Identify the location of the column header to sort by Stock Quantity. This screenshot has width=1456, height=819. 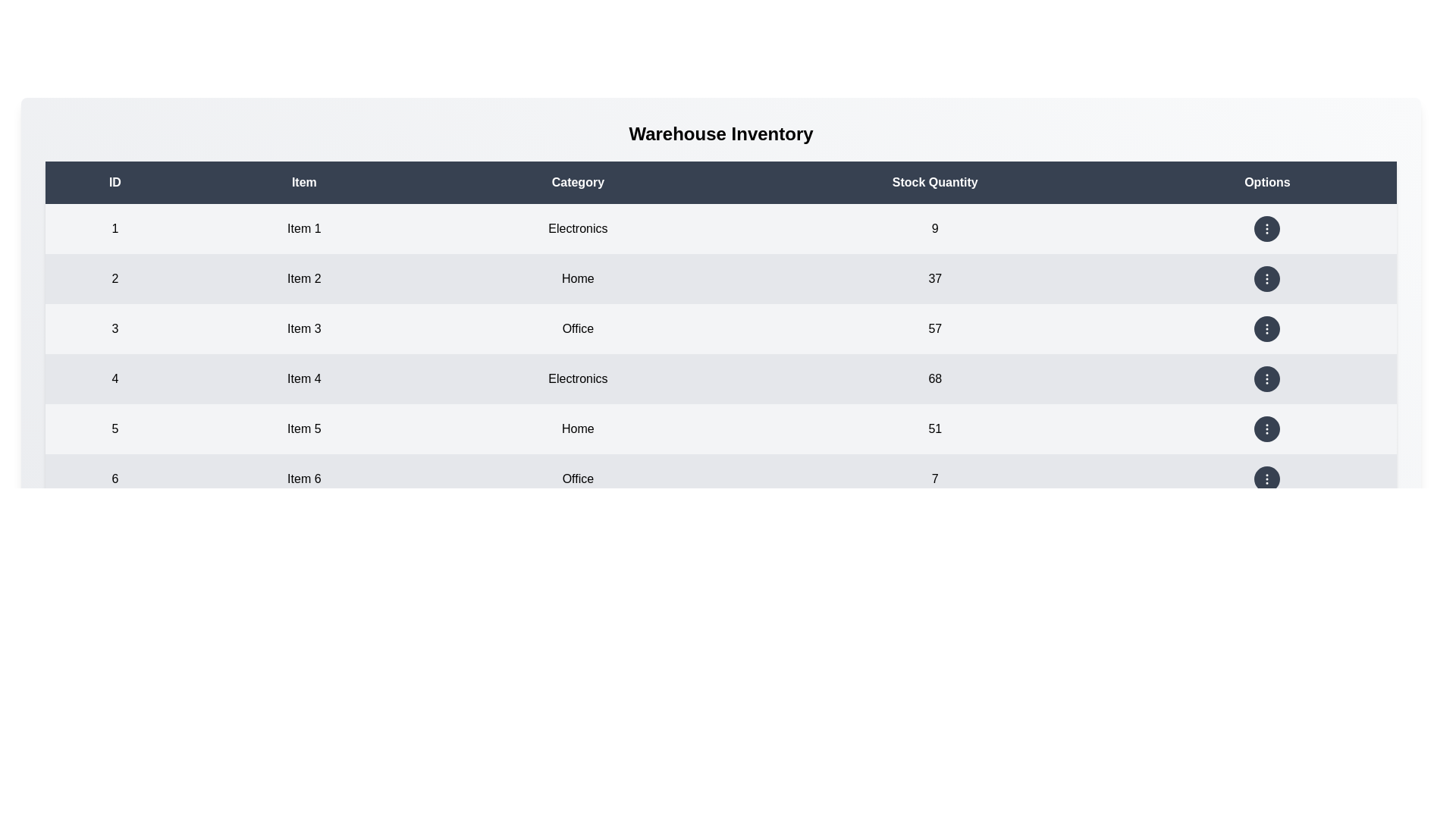
(934, 181).